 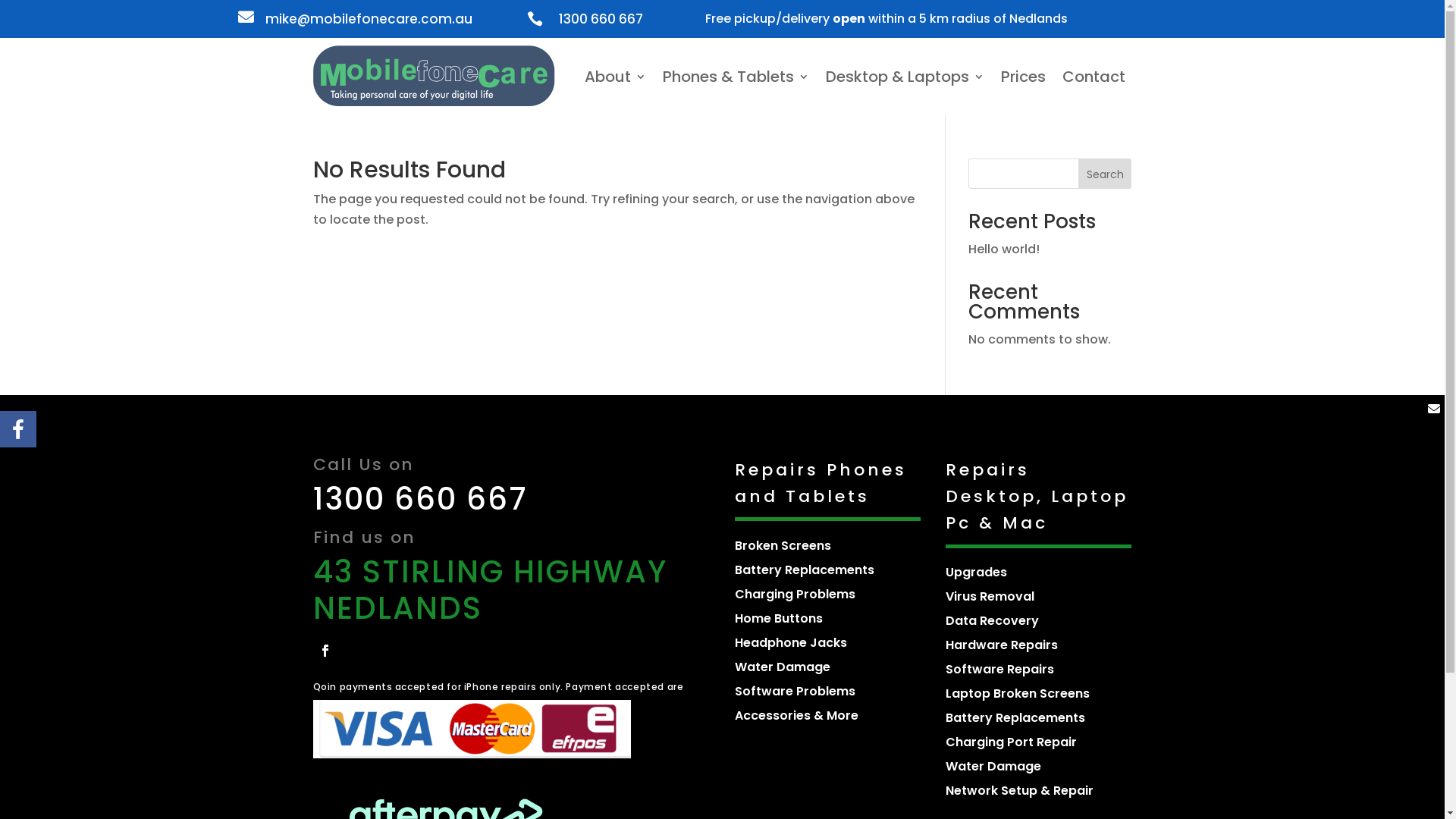 What do you see at coordinates (735, 593) in the screenshot?
I see `'Charging Problems'` at bounding box center [735, 593].